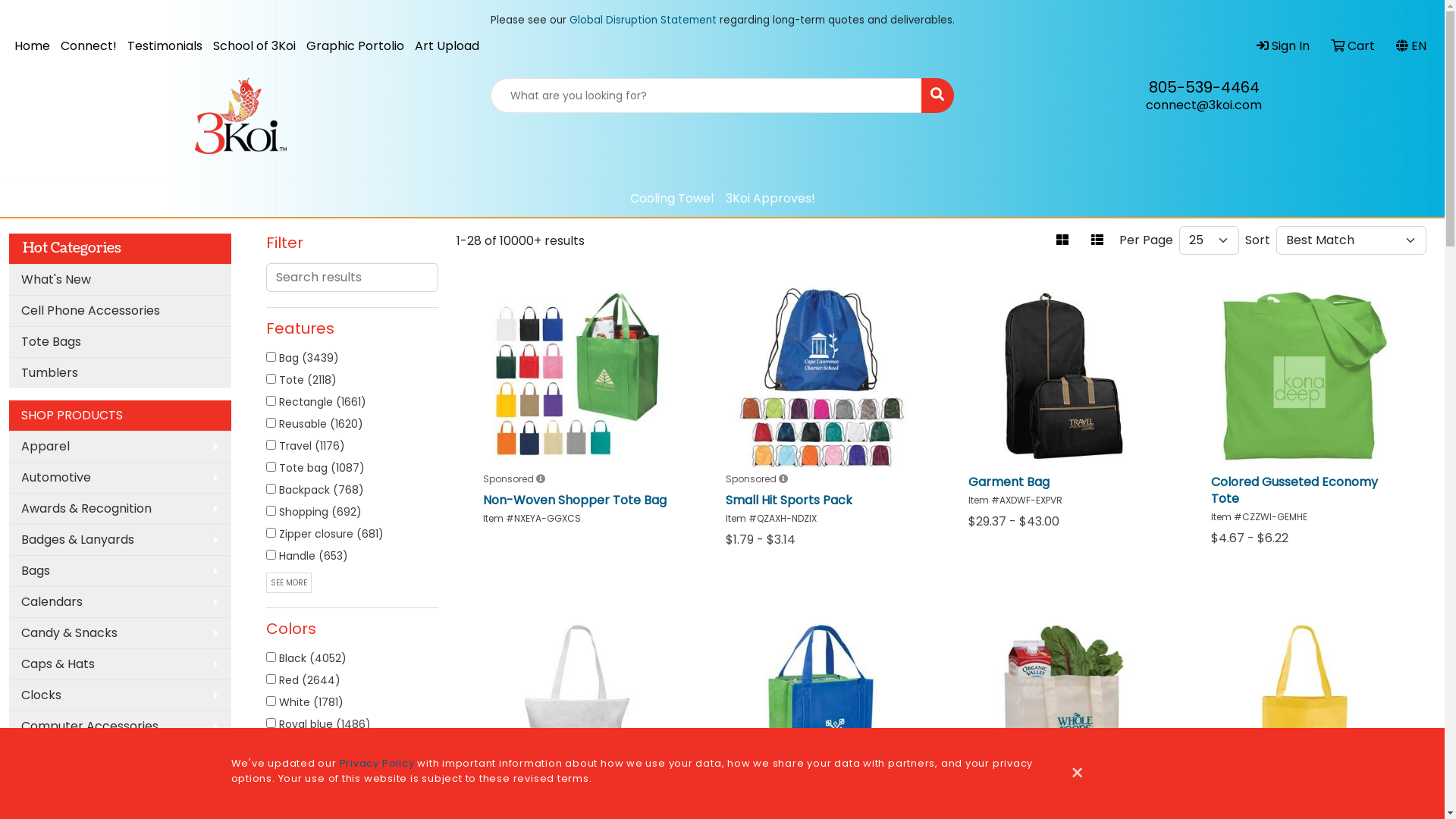 This screenshot has width=1456, height=819. I want to click on 'Cart', so click(1353, 45).